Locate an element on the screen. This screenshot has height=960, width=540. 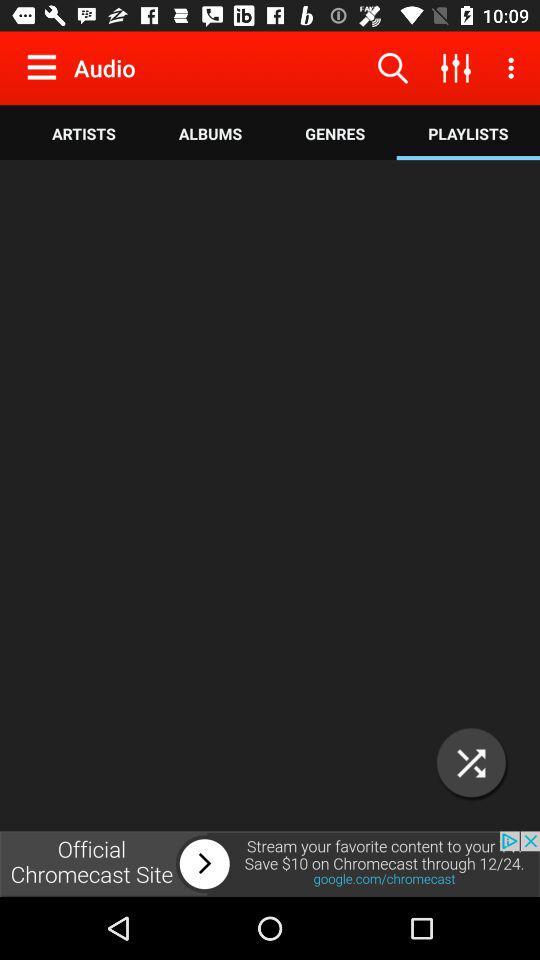
forward is located at coordinates (270, 863).